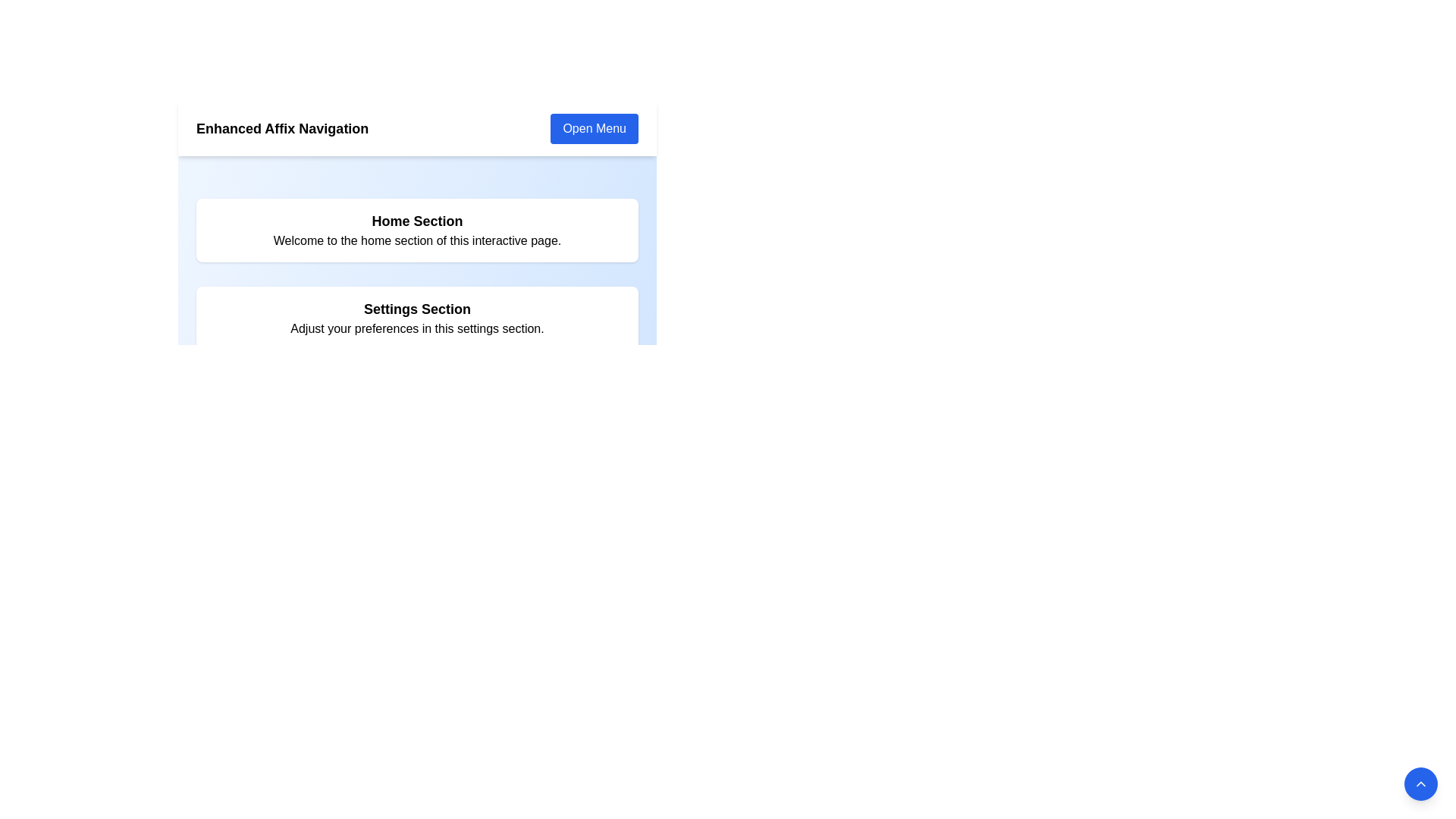 This screenshot has height=819, width=1456. Describe the element at coordinates (417, 318) in the screenshot. I see `the Informational card component that contains the text 'Settings Section' and 'Adjust your preferences in this settings section.'` at that location.